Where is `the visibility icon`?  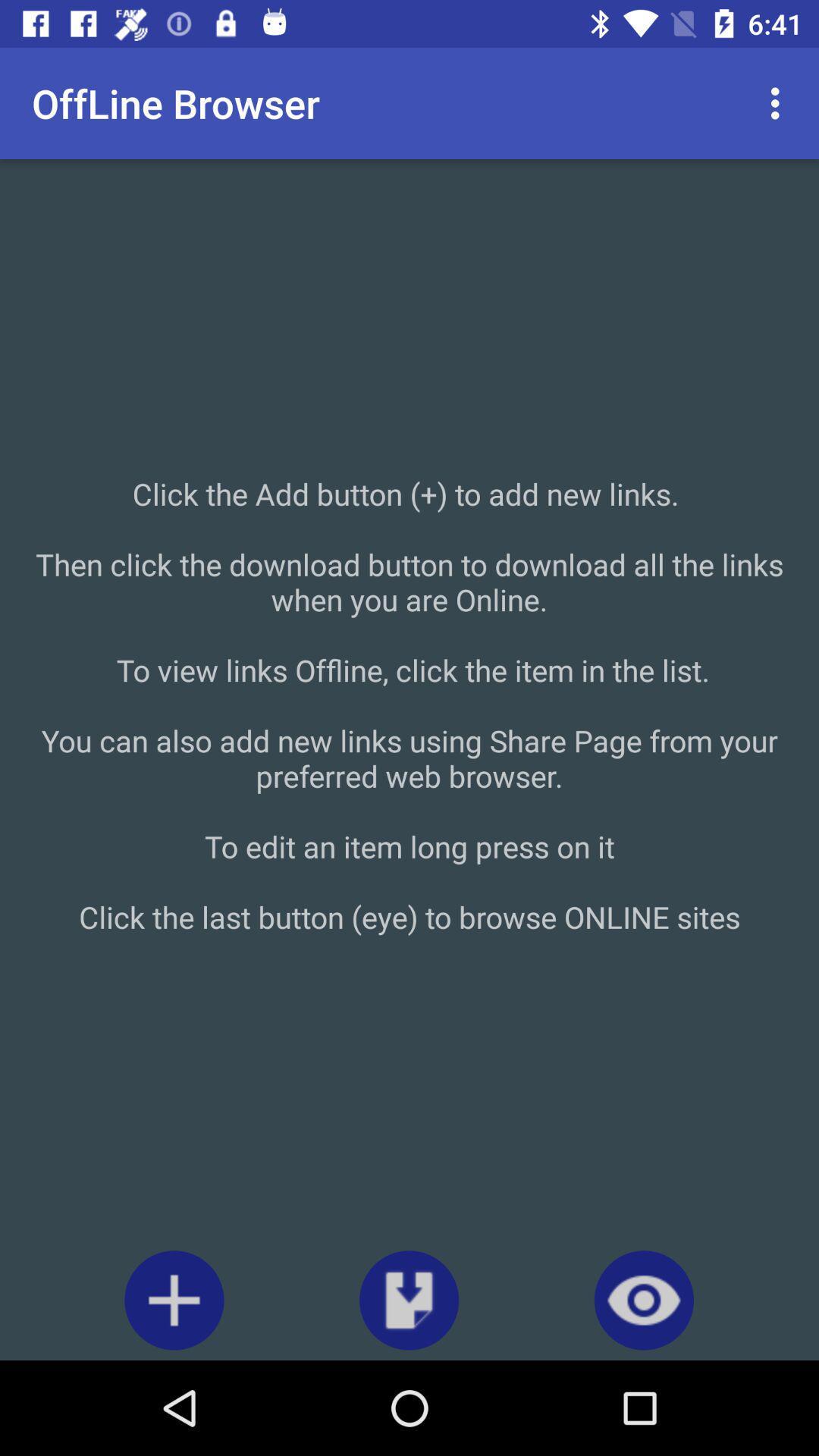 the visibility icon is located at coordinates (644, 1299).